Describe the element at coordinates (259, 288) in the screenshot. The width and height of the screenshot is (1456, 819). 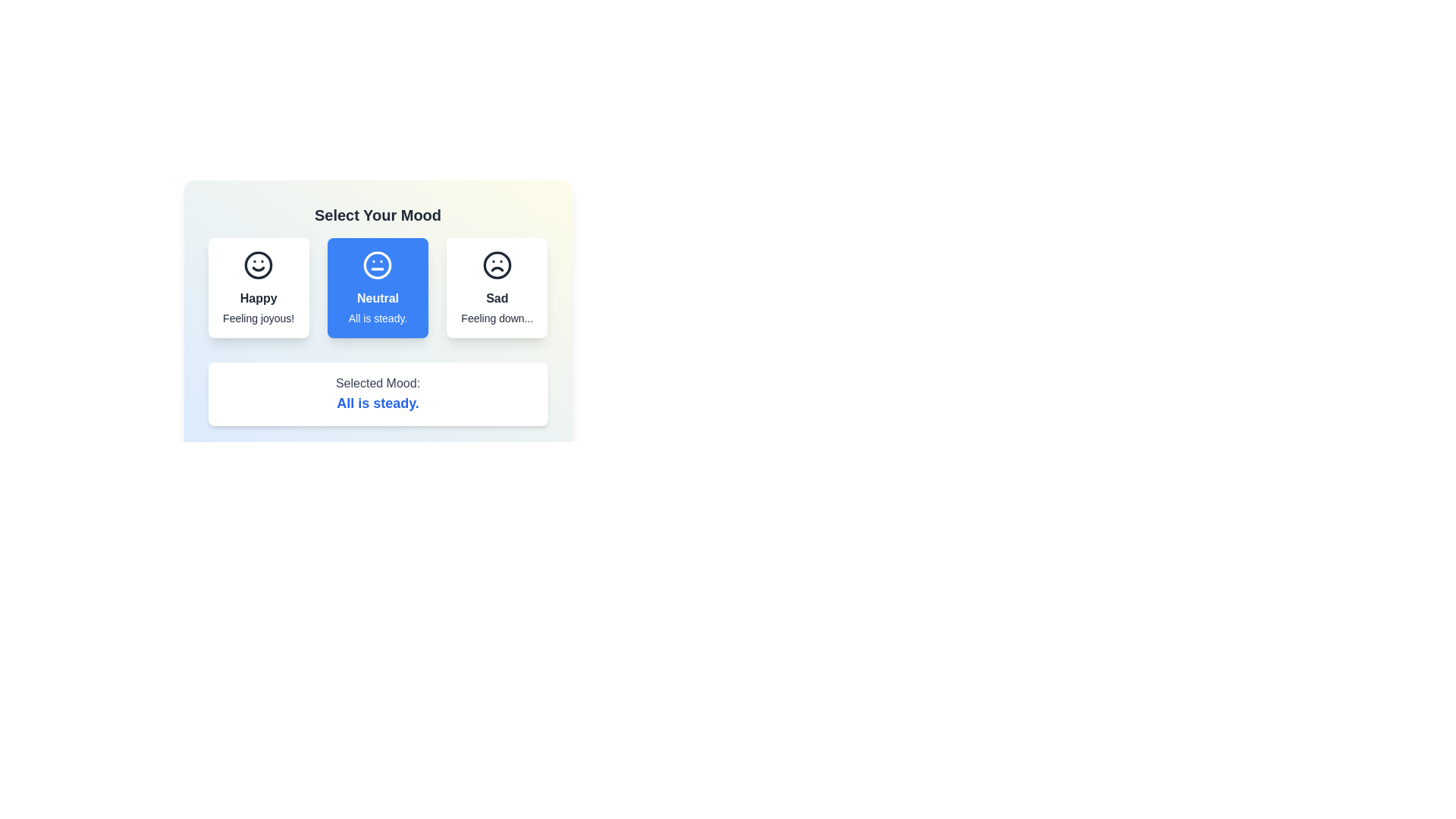
I see `the mood button corresponding to happy` at that location.